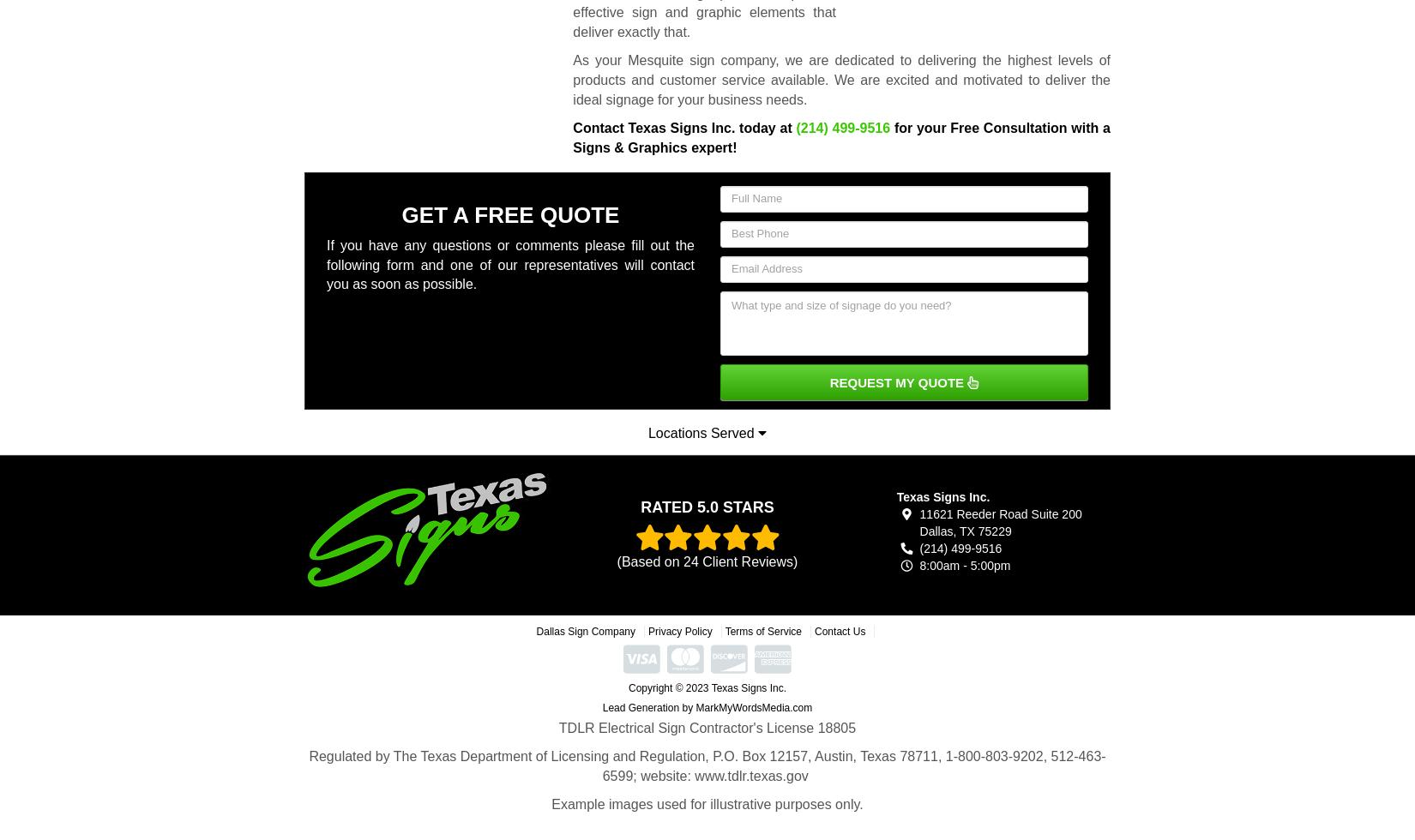  Describe the element at coordinates (689, 561) in the screenshot. I see `'24'` at that location.